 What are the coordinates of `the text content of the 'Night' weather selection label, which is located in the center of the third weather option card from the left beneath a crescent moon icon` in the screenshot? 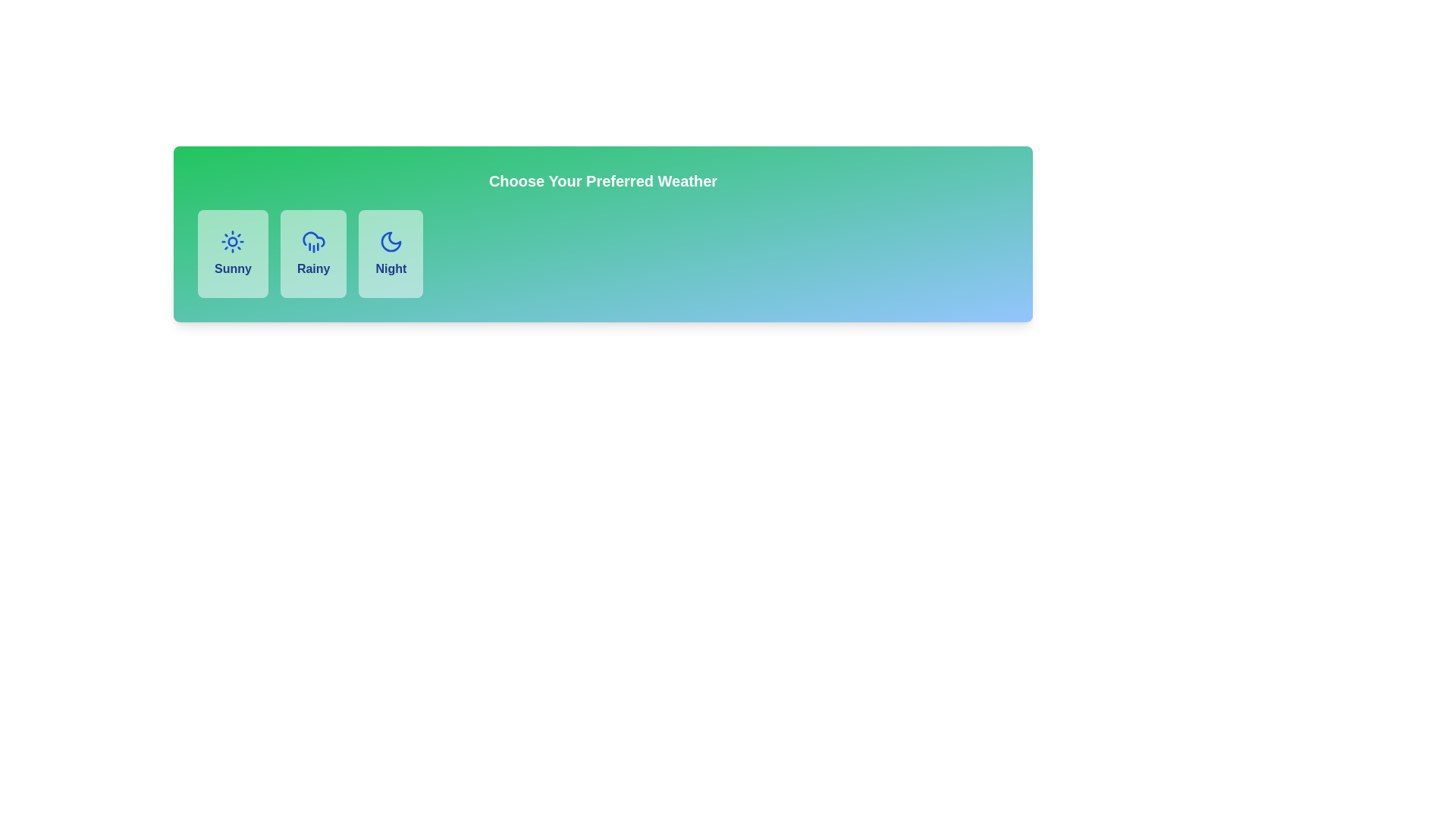 It's located at (391, 268).